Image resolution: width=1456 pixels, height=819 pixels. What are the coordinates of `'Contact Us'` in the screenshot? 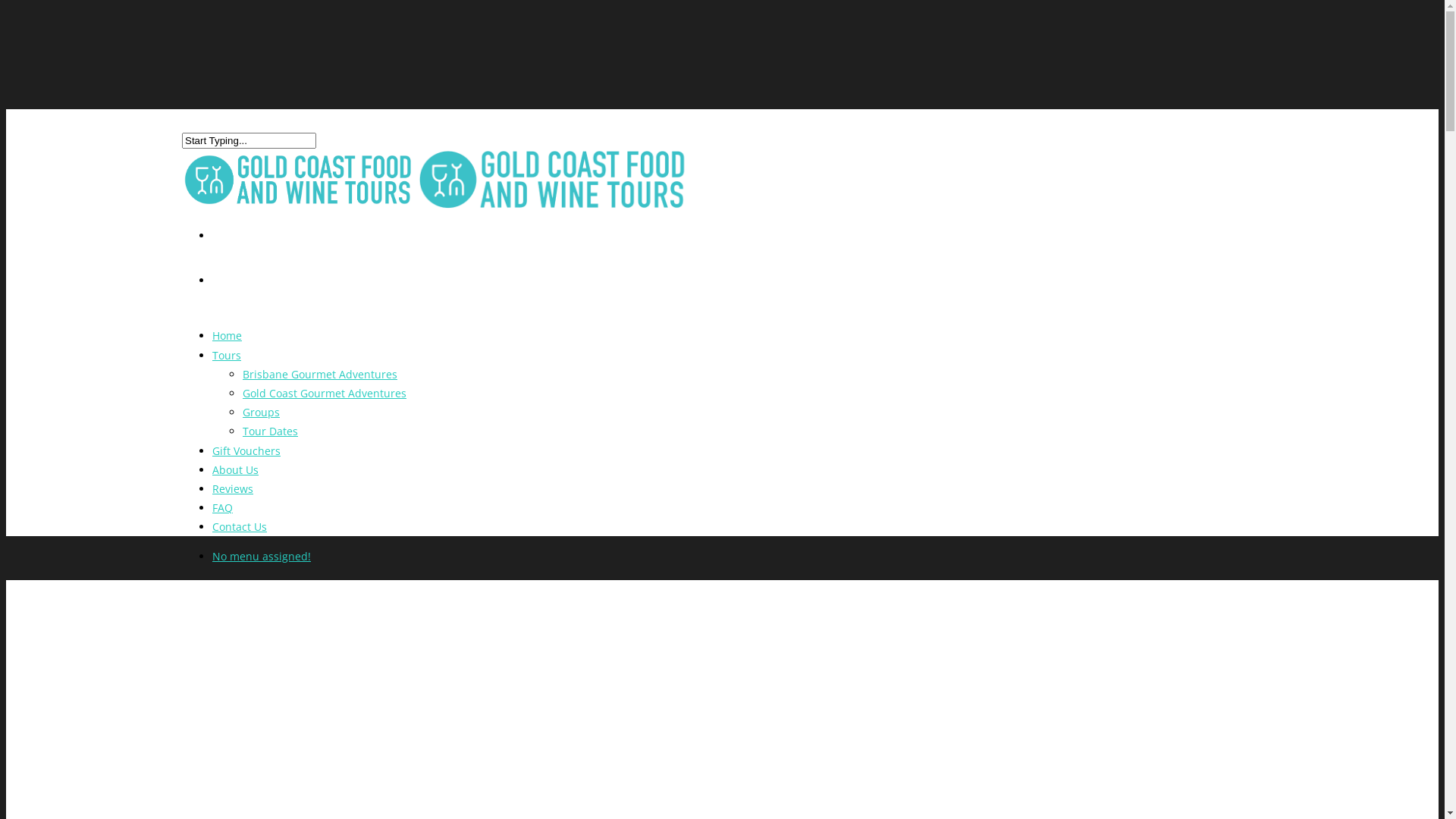 It's located at (239, 536).